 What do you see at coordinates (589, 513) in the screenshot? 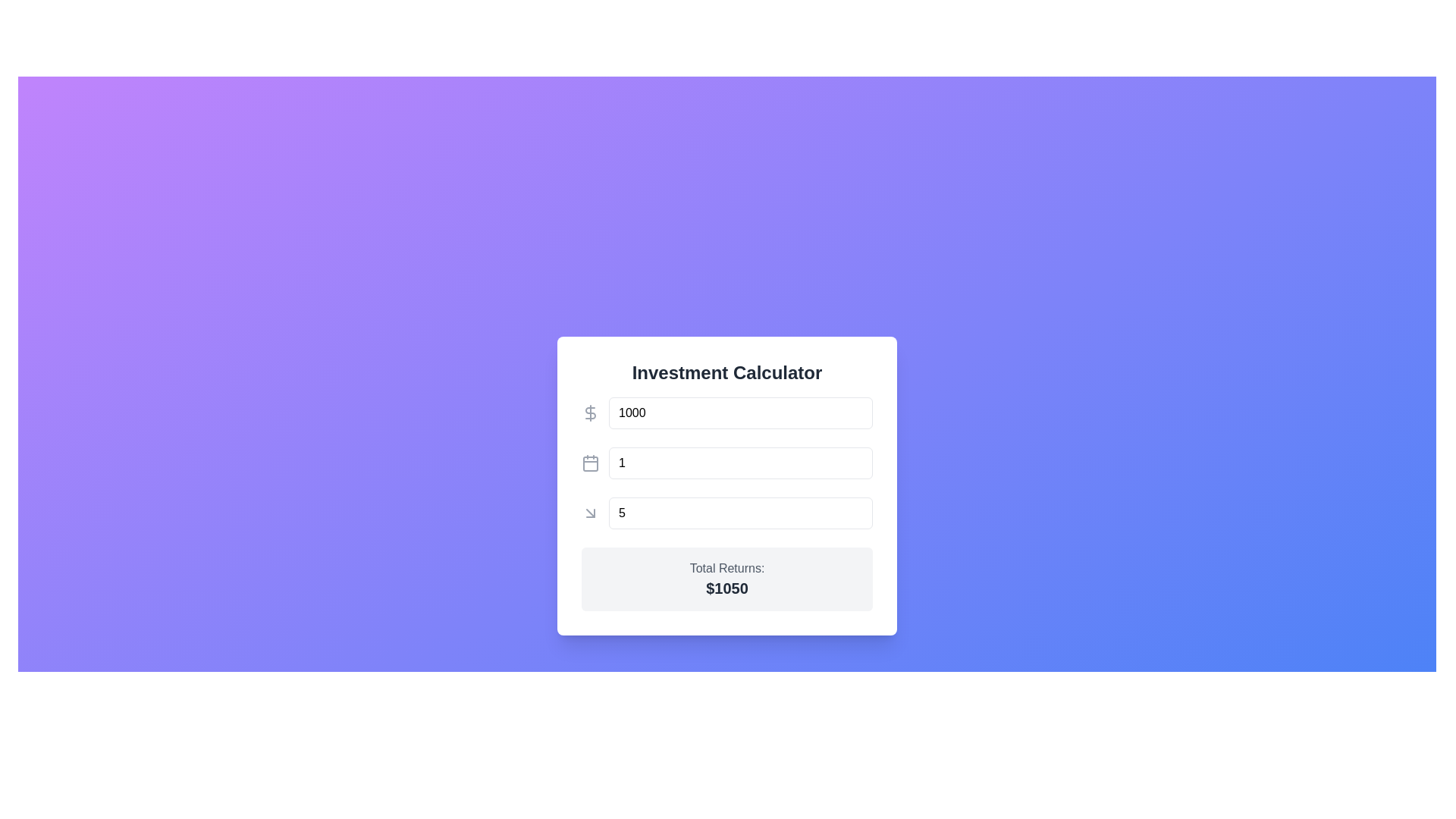
I see `the downward and rightward pointing arrow icon with a thin outline, rendered in gray, located next to the third data input field` at bounding box center [589, 513].